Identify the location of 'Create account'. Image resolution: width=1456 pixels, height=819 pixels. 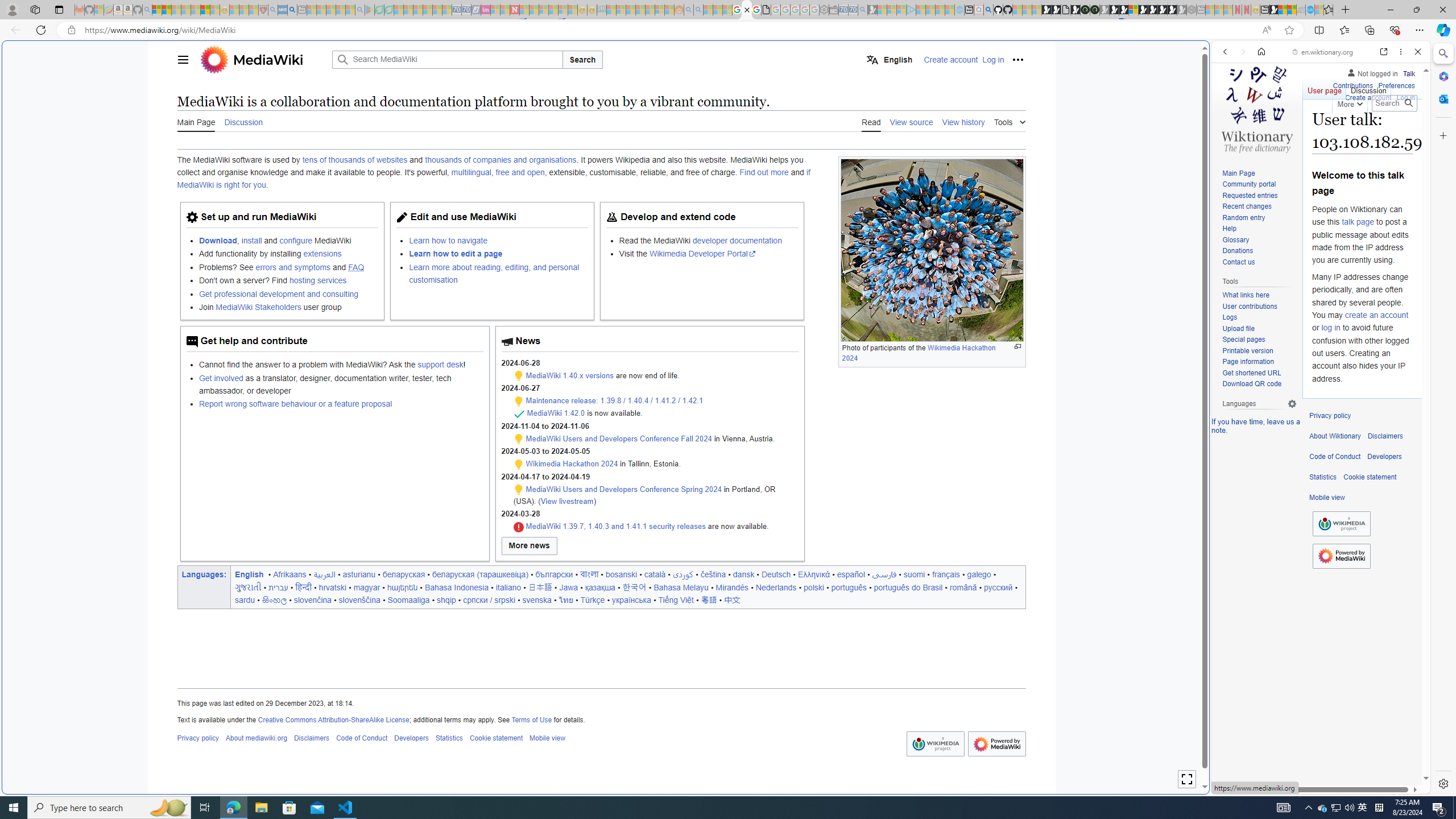
(1368, 96).